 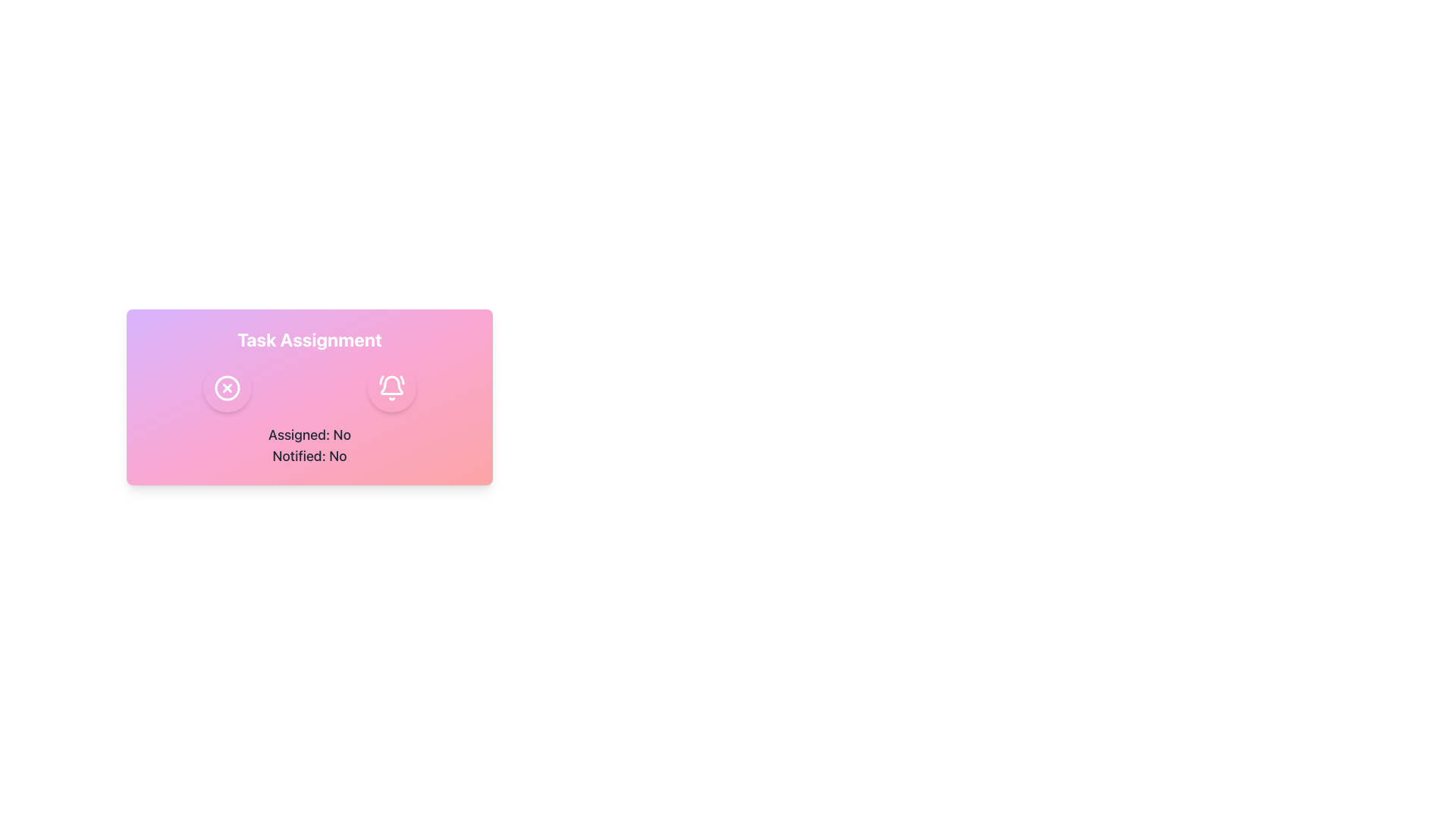 What do you see at coordinates (309, 455) in the screenshot?
I see `the informational text label indicating the notification status, which currently shows 'No', located below the 'Assigned: No' text within the 'Task Assignment' card` at bounding box center [309, 455].